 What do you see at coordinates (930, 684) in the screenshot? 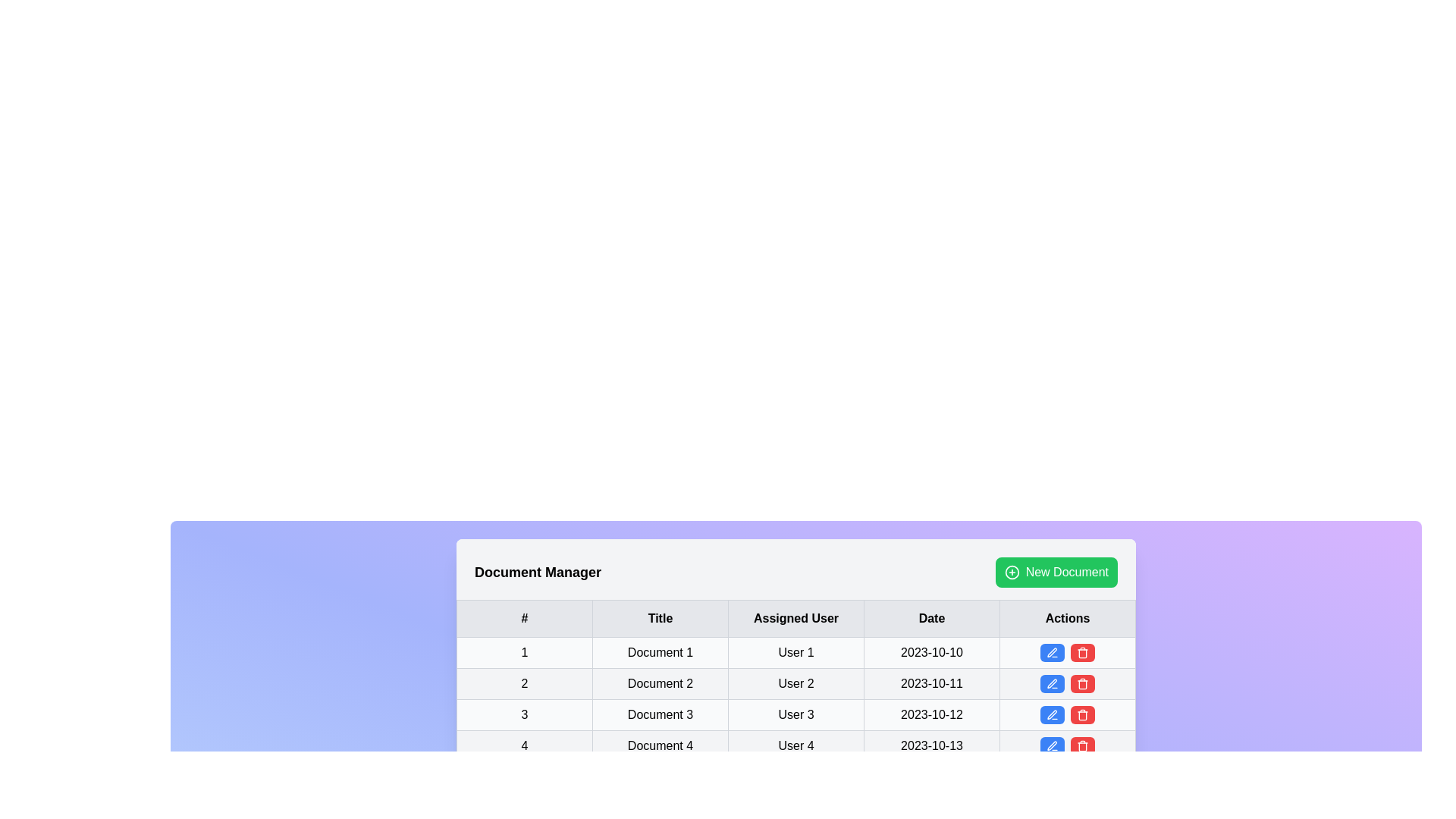
I see `the static text element displaying the date '2023-10-11' located in the fourth column of the second row of the data table under the header 'Date'` at bounding box center [930, 684].